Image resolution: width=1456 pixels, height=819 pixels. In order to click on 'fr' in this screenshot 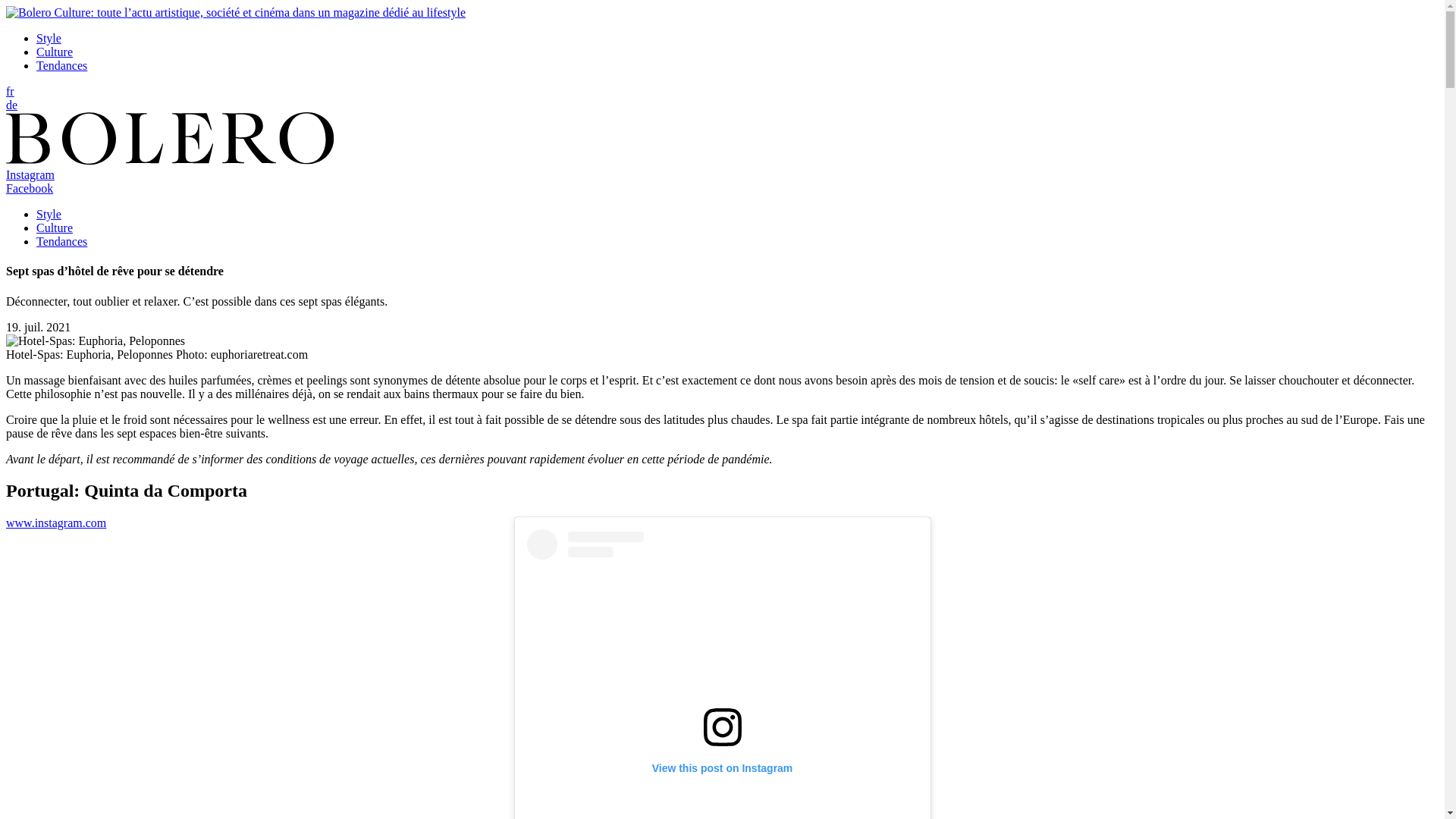, I will do `click(10, 91)`.